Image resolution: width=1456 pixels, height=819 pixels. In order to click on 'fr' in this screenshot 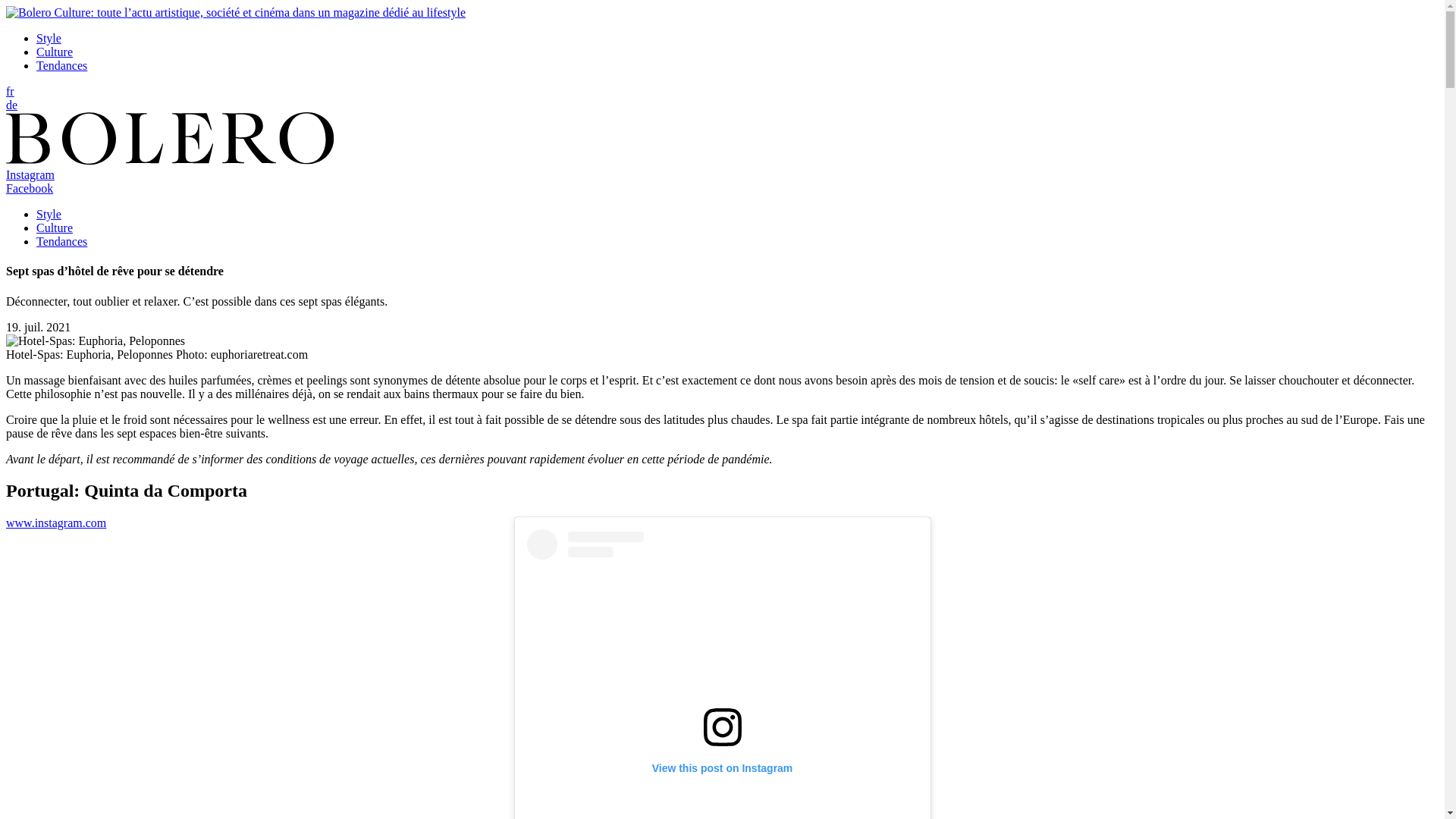, I will do `click(10, 91)`.